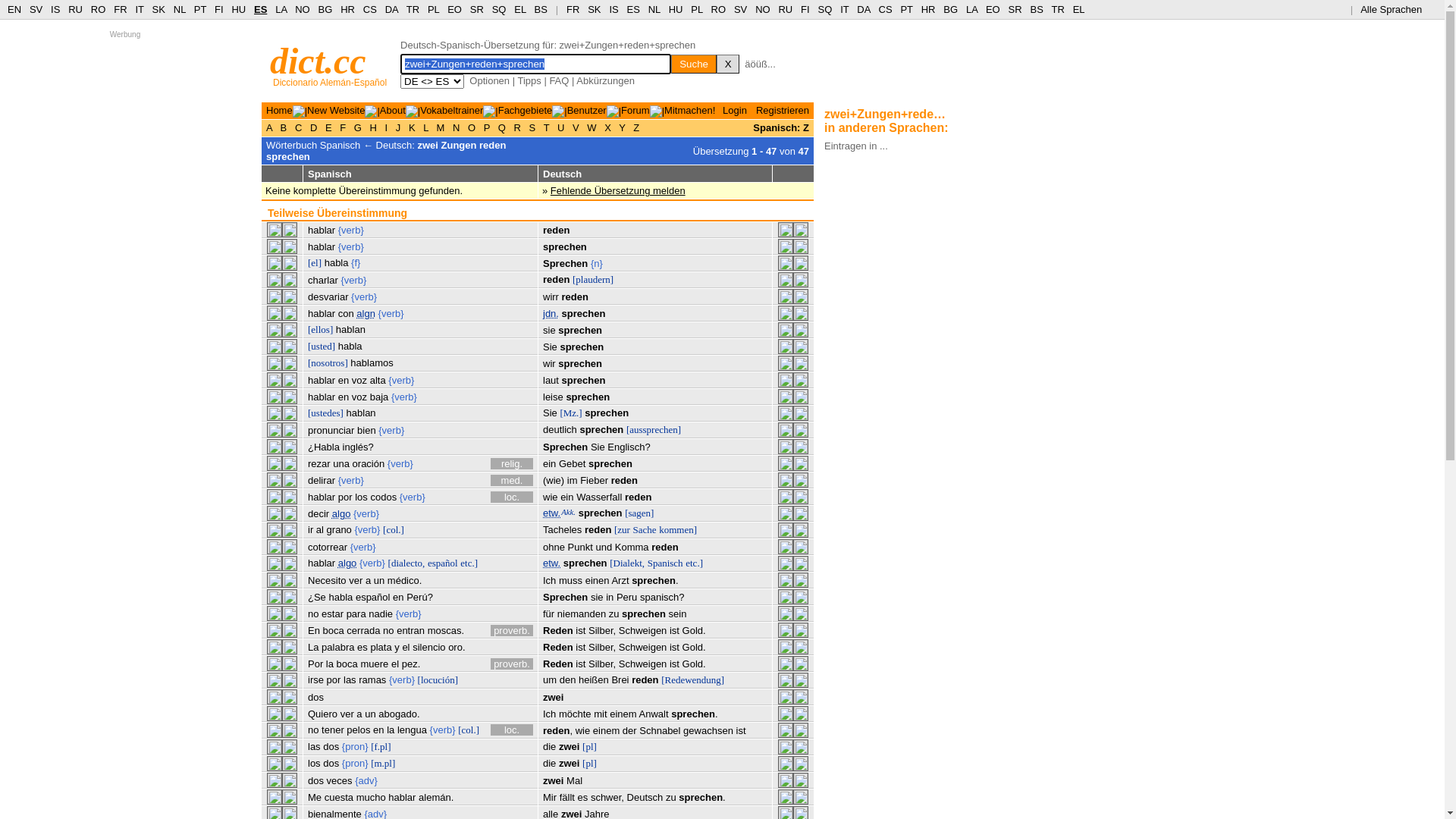  Describe the element at coordinates (588, 663) in the screenshot. I see `'Silber,'` at that location.